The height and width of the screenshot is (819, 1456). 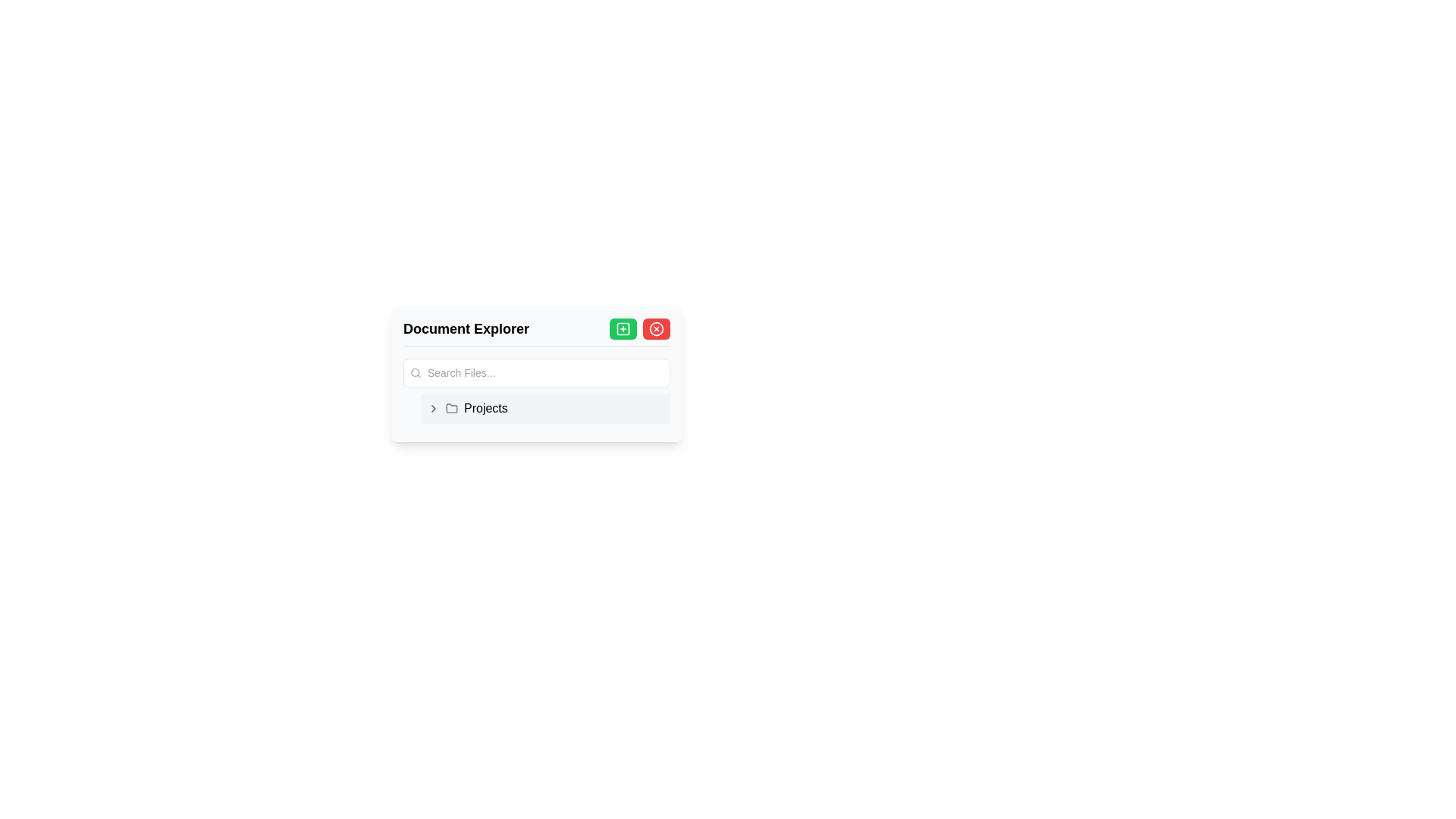 What do you see at coordinates (623, 328) in the screenshot?
I see `the addition icon located within the green button at the top-right corner of the 'Document Explorer' panel` at bounding box center [623, 328].